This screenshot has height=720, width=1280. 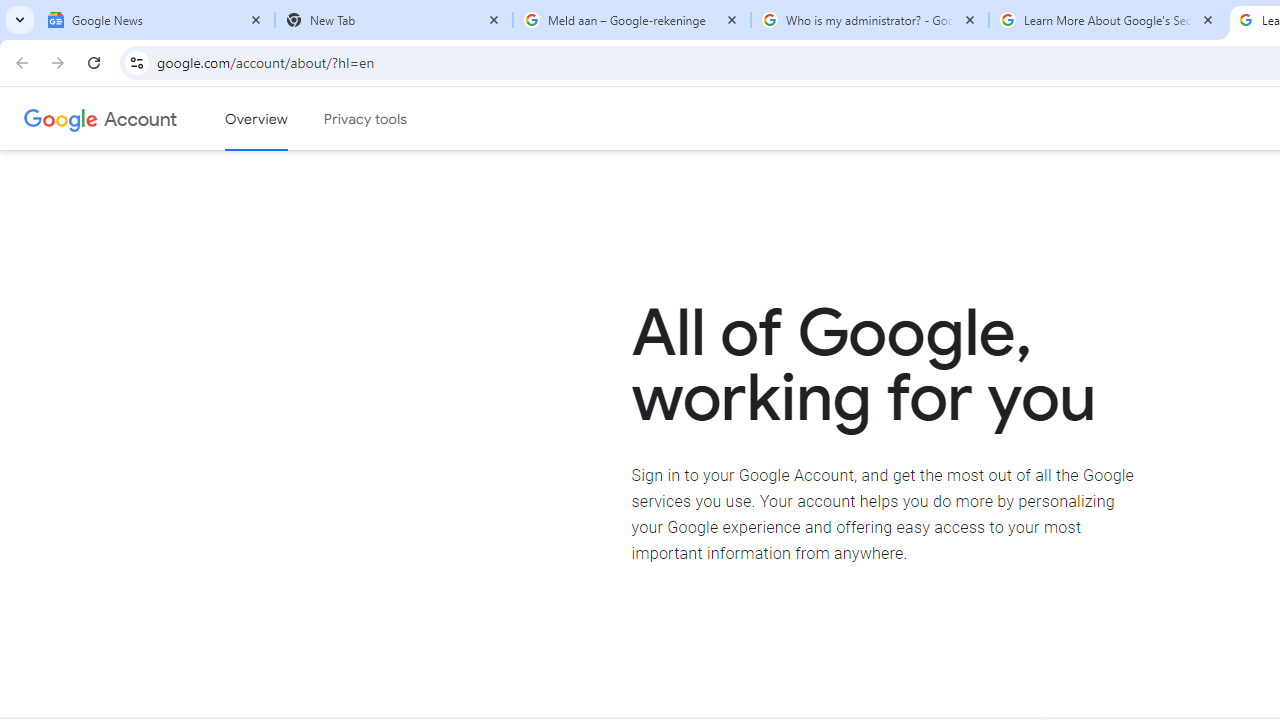 What do you see at coordinates (155, 20) in the screenshot?
I see `'Google News'` at bounding box center [155, 20].